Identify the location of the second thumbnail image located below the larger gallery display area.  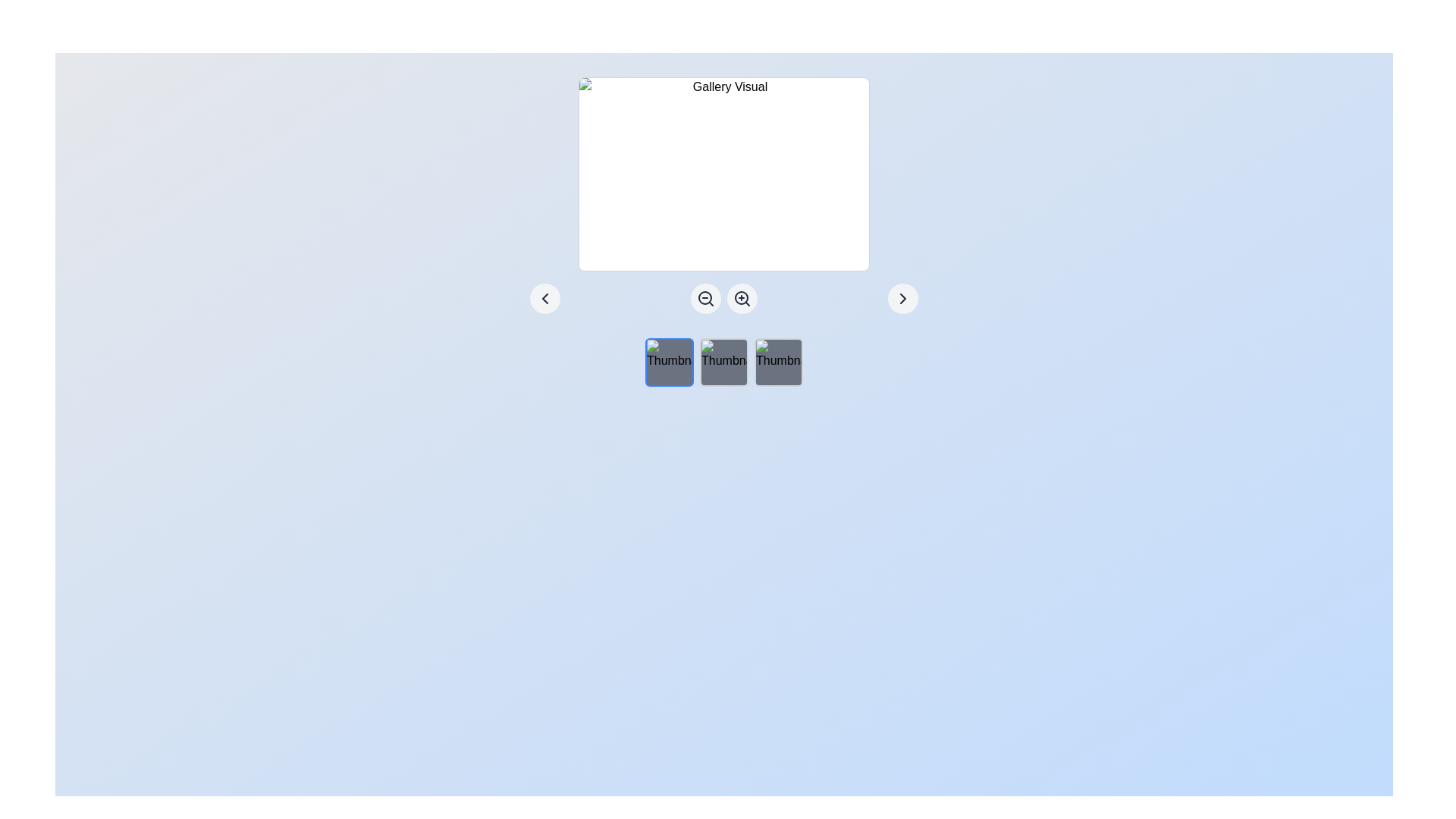
(723, 362).